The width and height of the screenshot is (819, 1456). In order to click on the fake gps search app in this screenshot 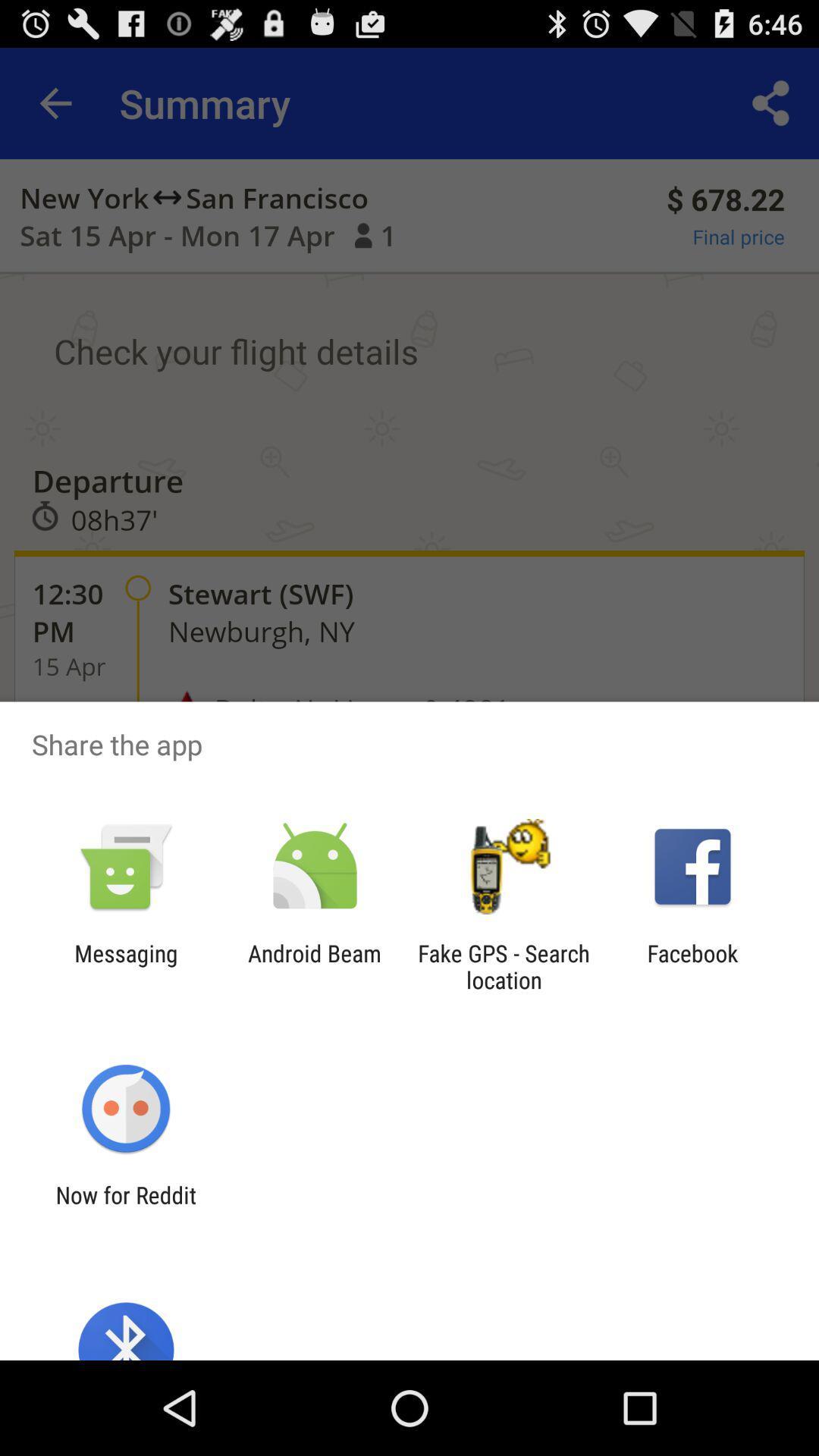, I will do `click(504, 966)`.